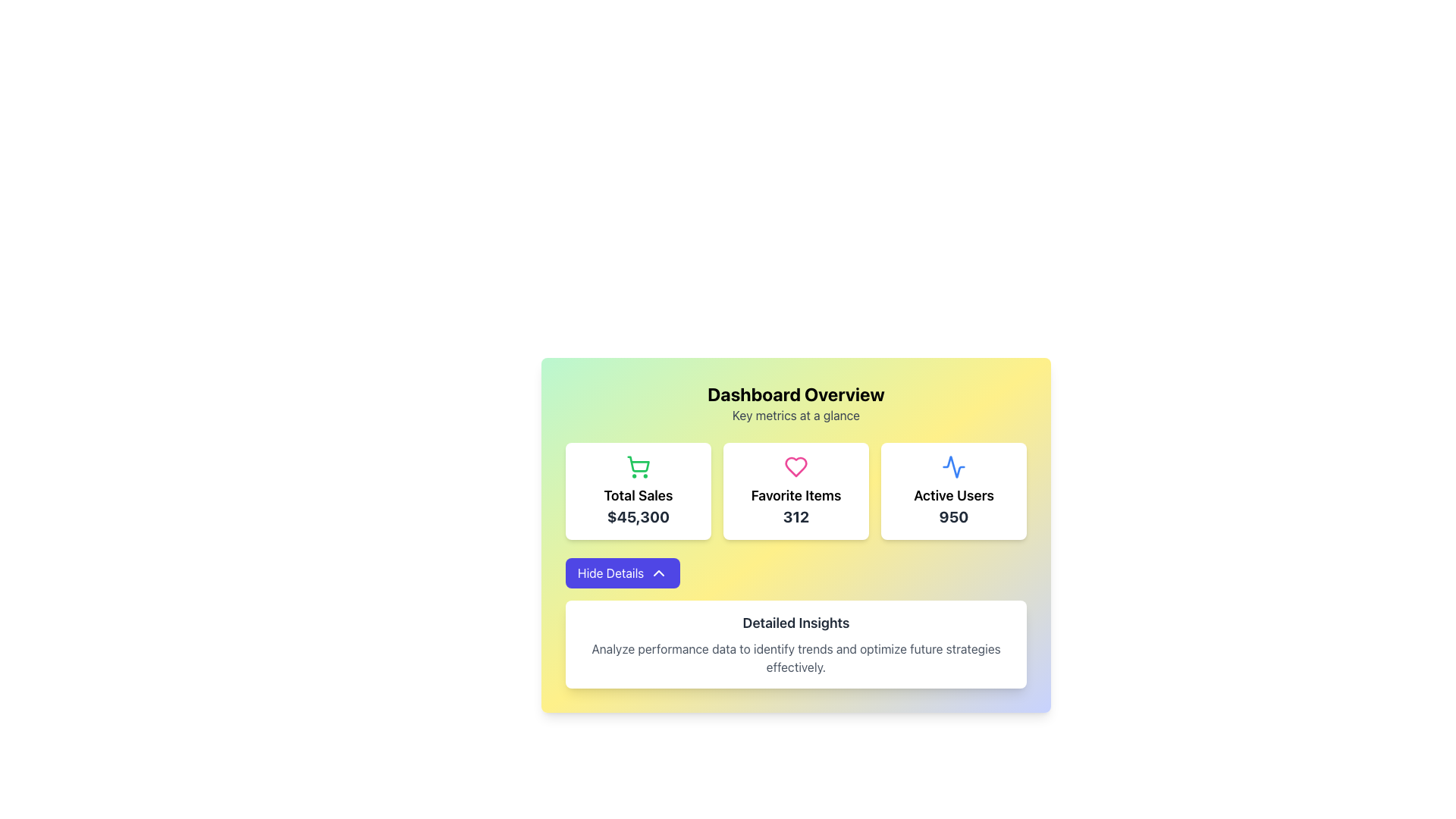 The width and height of the screenshot is (1456, 819). What do you see at coordinates (952, 496) in the screenshot?
I see `the Text Label that reads 'Active Users', which is styled in bold and semi-large font, positioned below an activity icon within the 'Active Users 950' card section` at bounding box center [952, 496].